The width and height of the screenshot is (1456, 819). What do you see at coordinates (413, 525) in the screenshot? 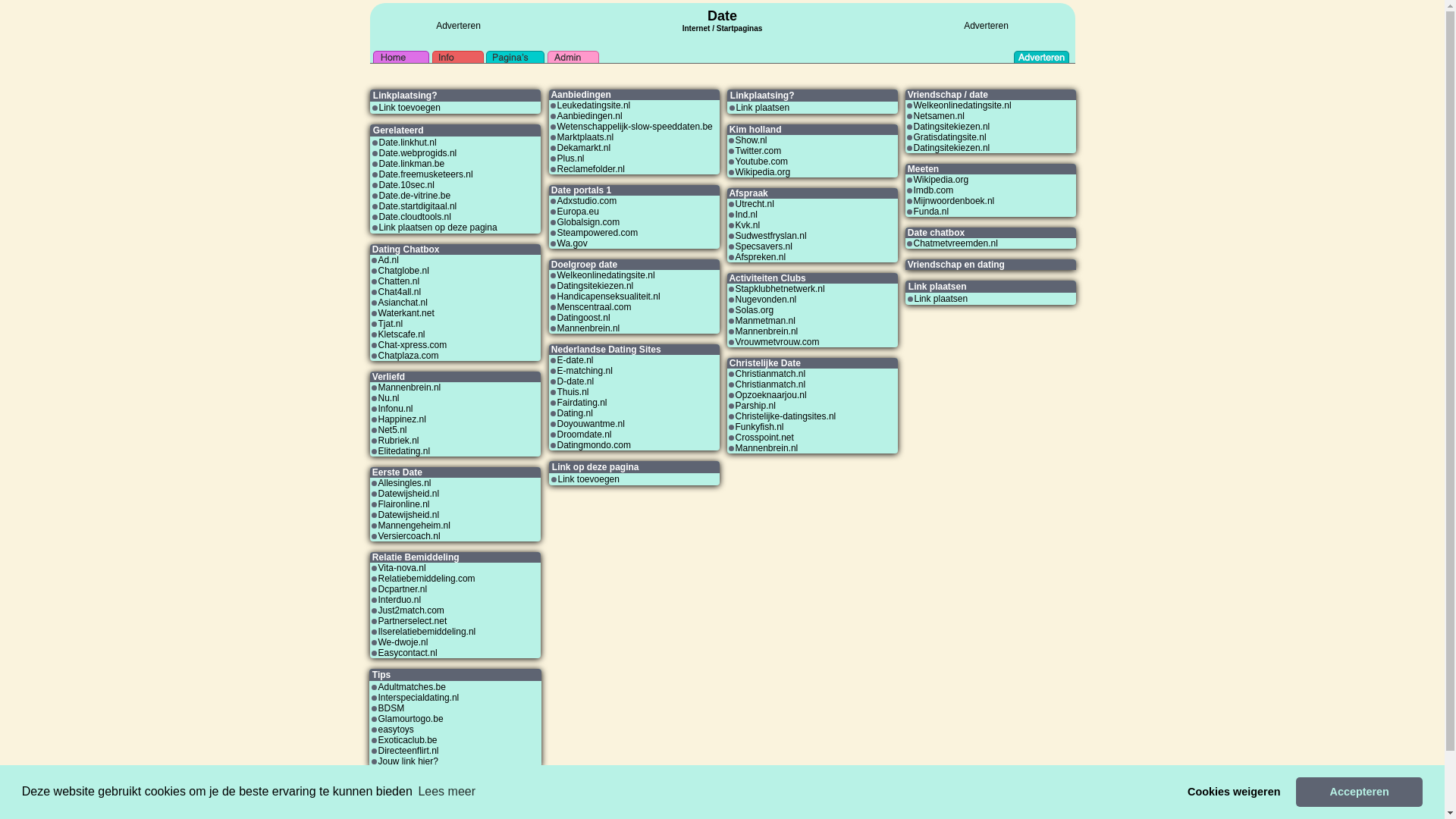
I see `'Mannengeheim.nl'` at bounding box center [413, 525].